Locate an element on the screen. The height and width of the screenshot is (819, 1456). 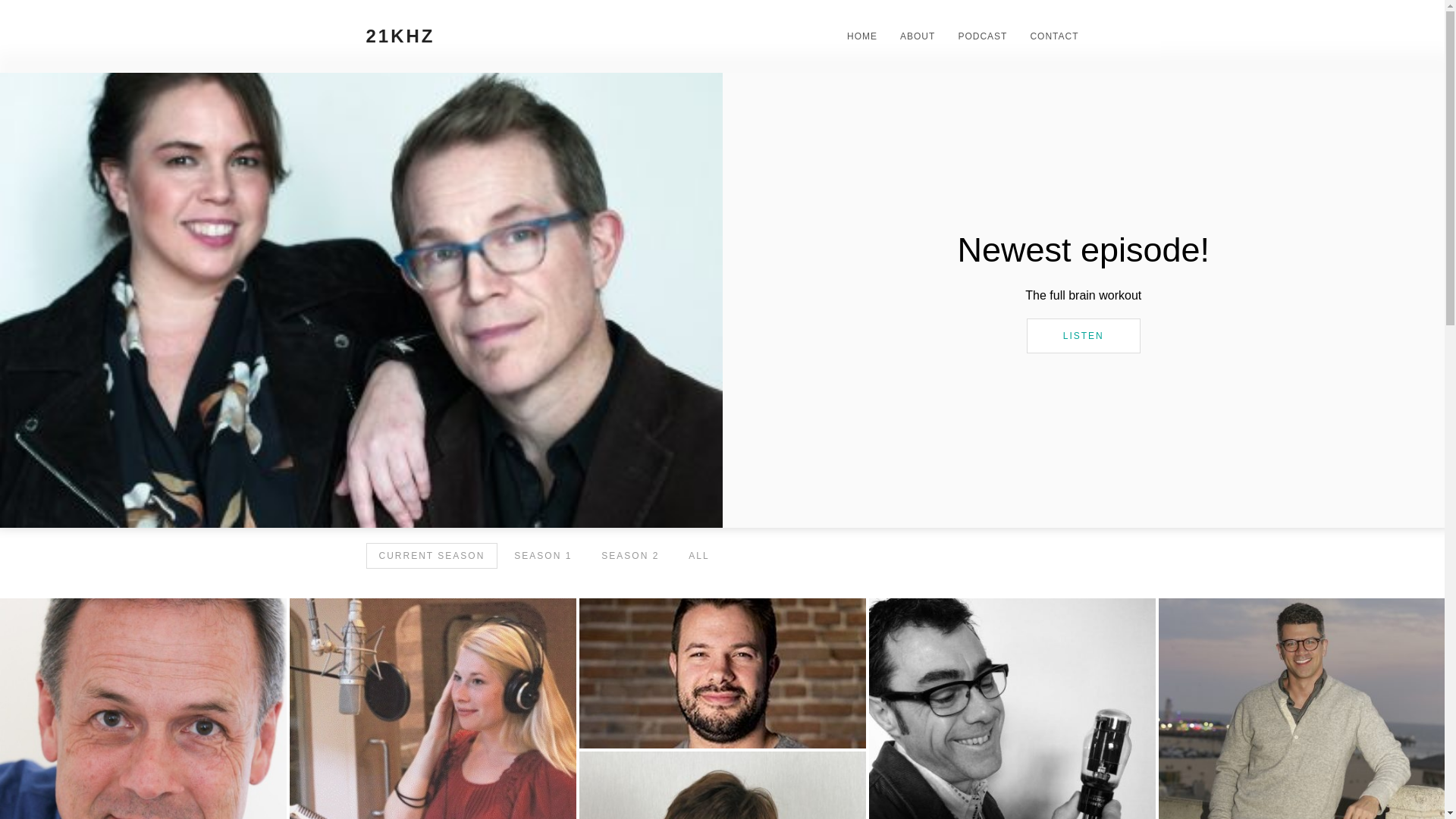
'SEASON 2' is located at coordinates (629, 555).